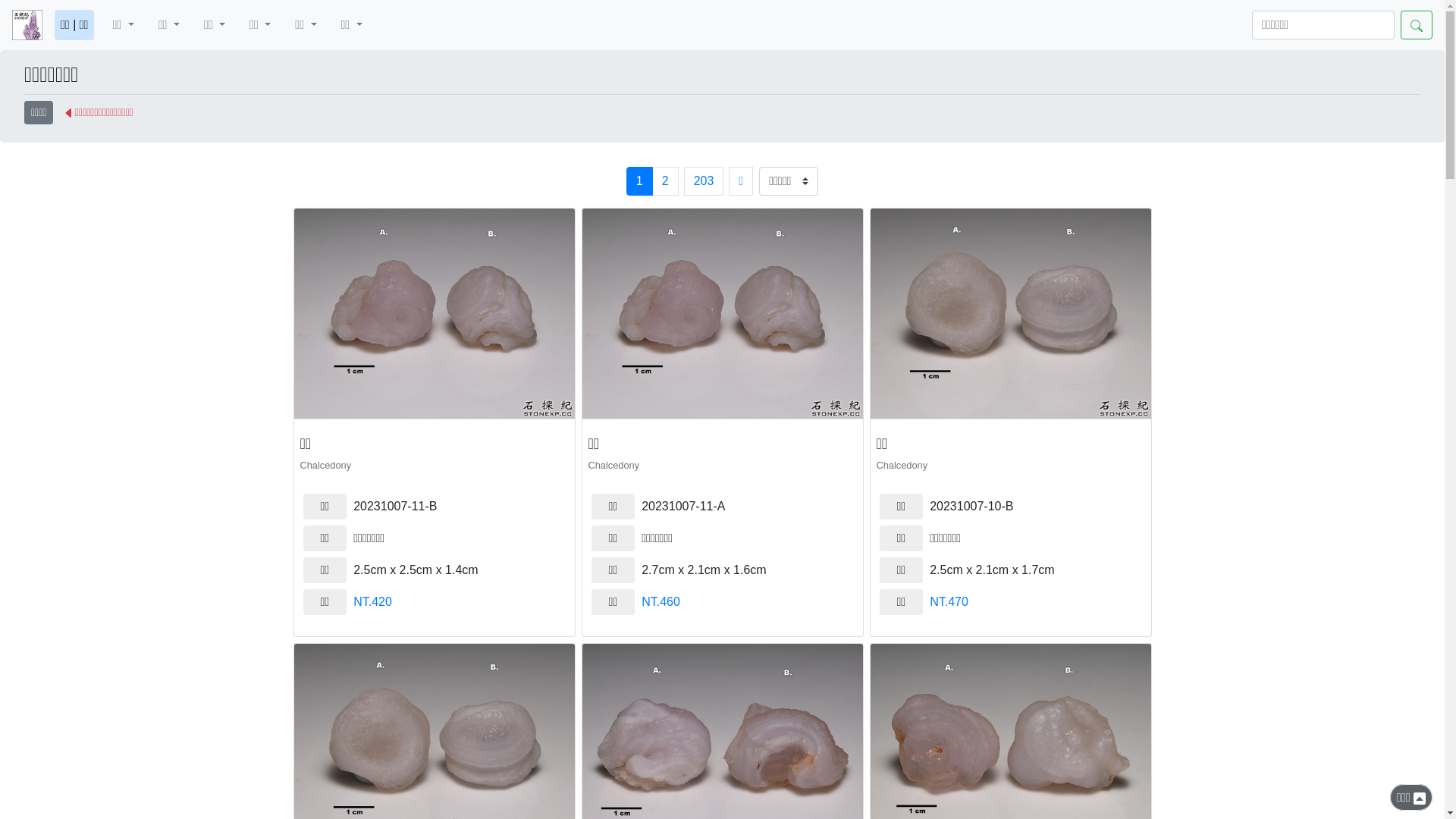 Image resolution: width=1456 pixels, height=819 pixels. I want to click on '2', so click(665, 180).